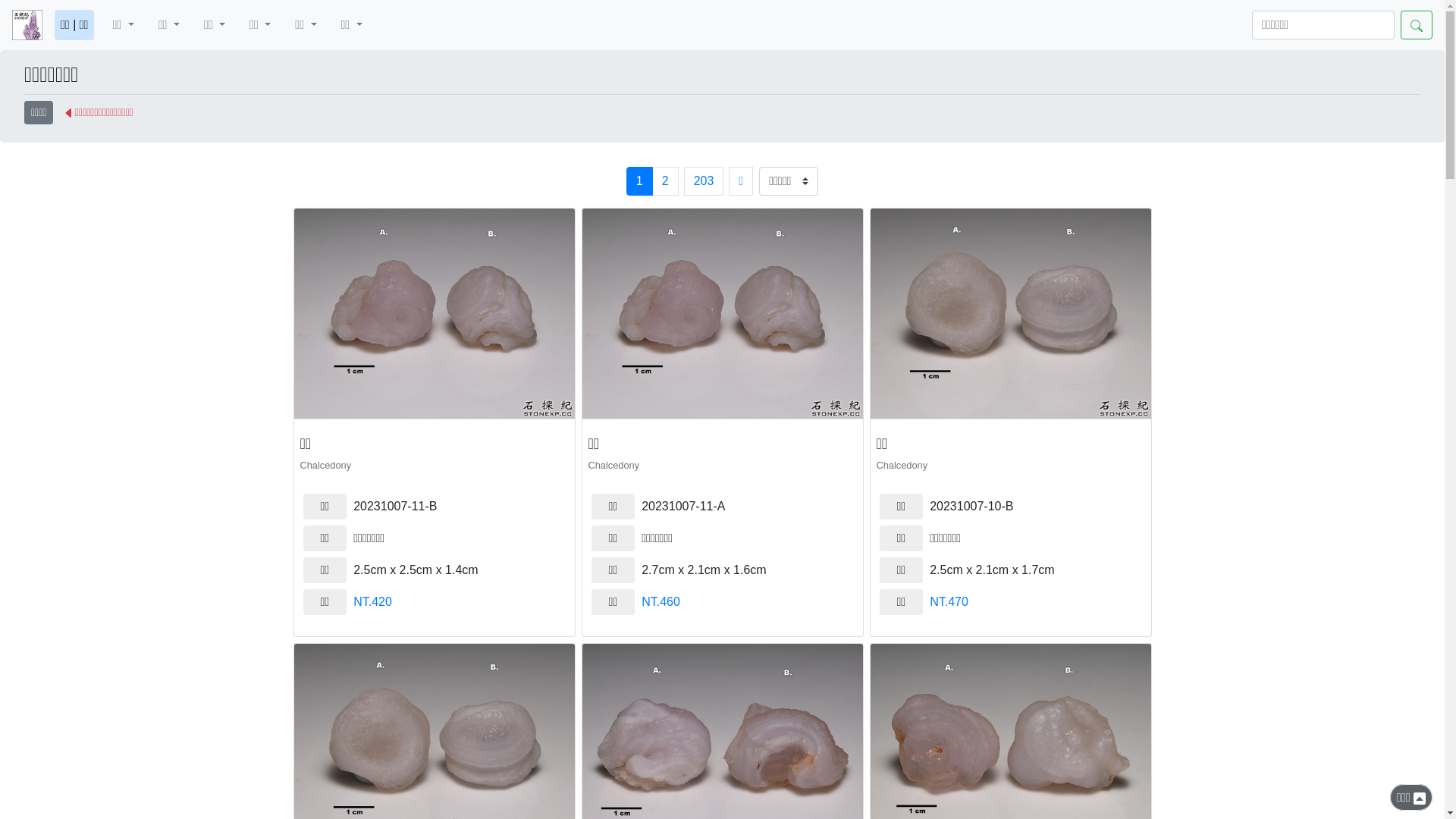 Image resolution: width=1456 pixels, height=819 pixels. I want to click on '2', so click(665, 180).